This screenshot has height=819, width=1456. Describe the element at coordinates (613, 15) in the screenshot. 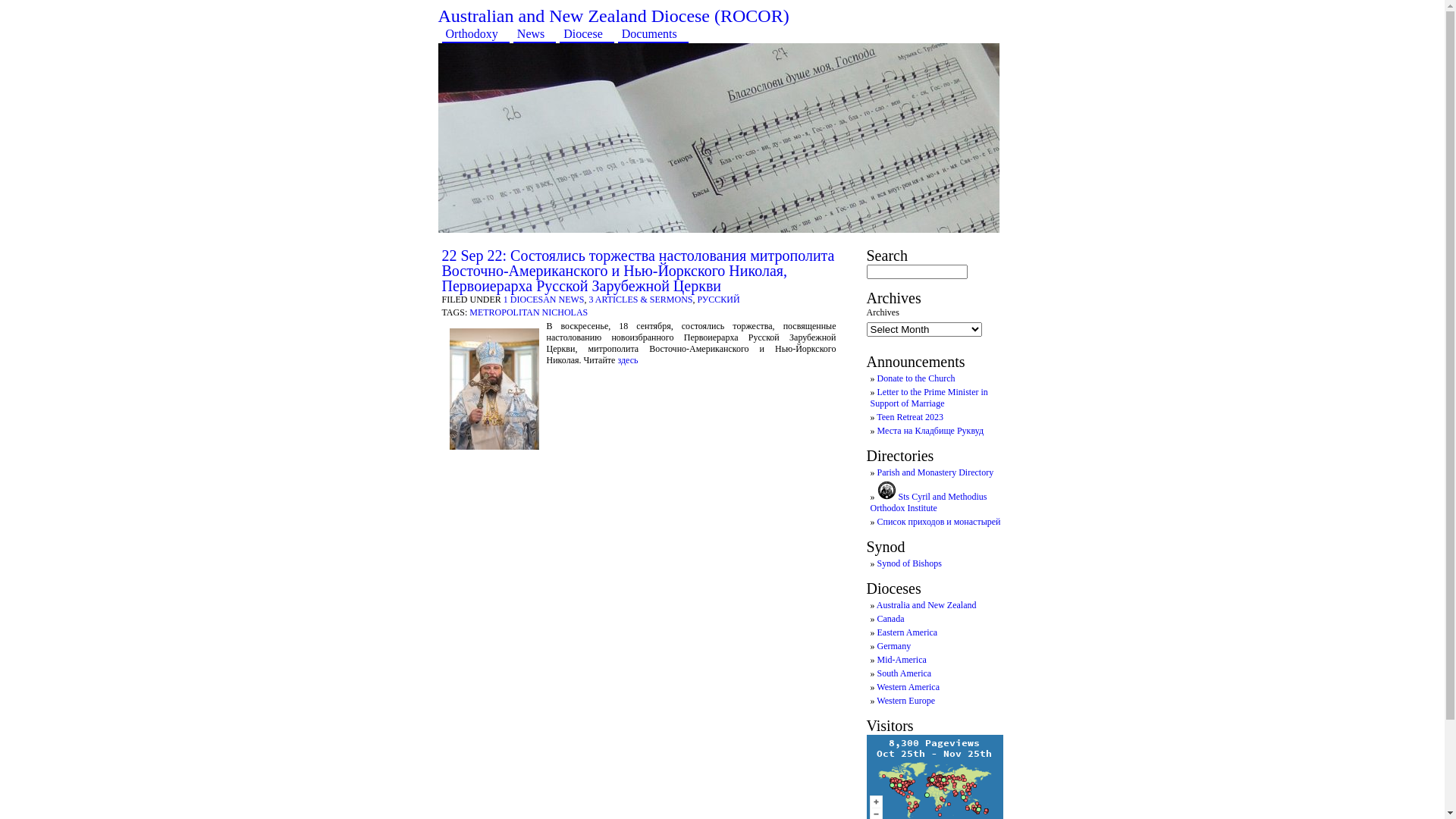

I see `'Australian and New Zealand Diocese (ROCOR)'` at that location.